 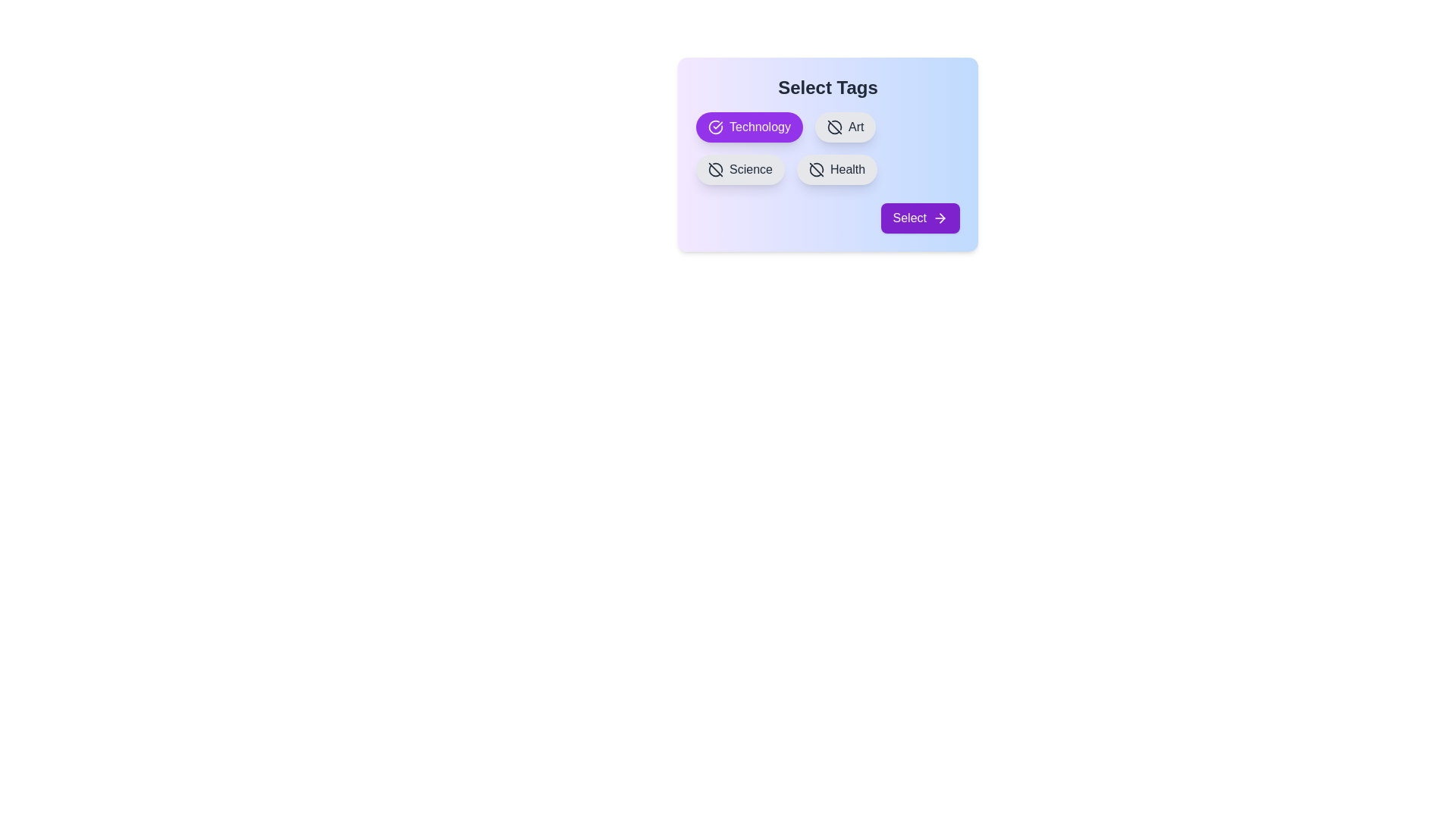 What do you see at coordinates (836, 169) in the screenshot?
I see `the tag Health` at bounding box center [836, 169].